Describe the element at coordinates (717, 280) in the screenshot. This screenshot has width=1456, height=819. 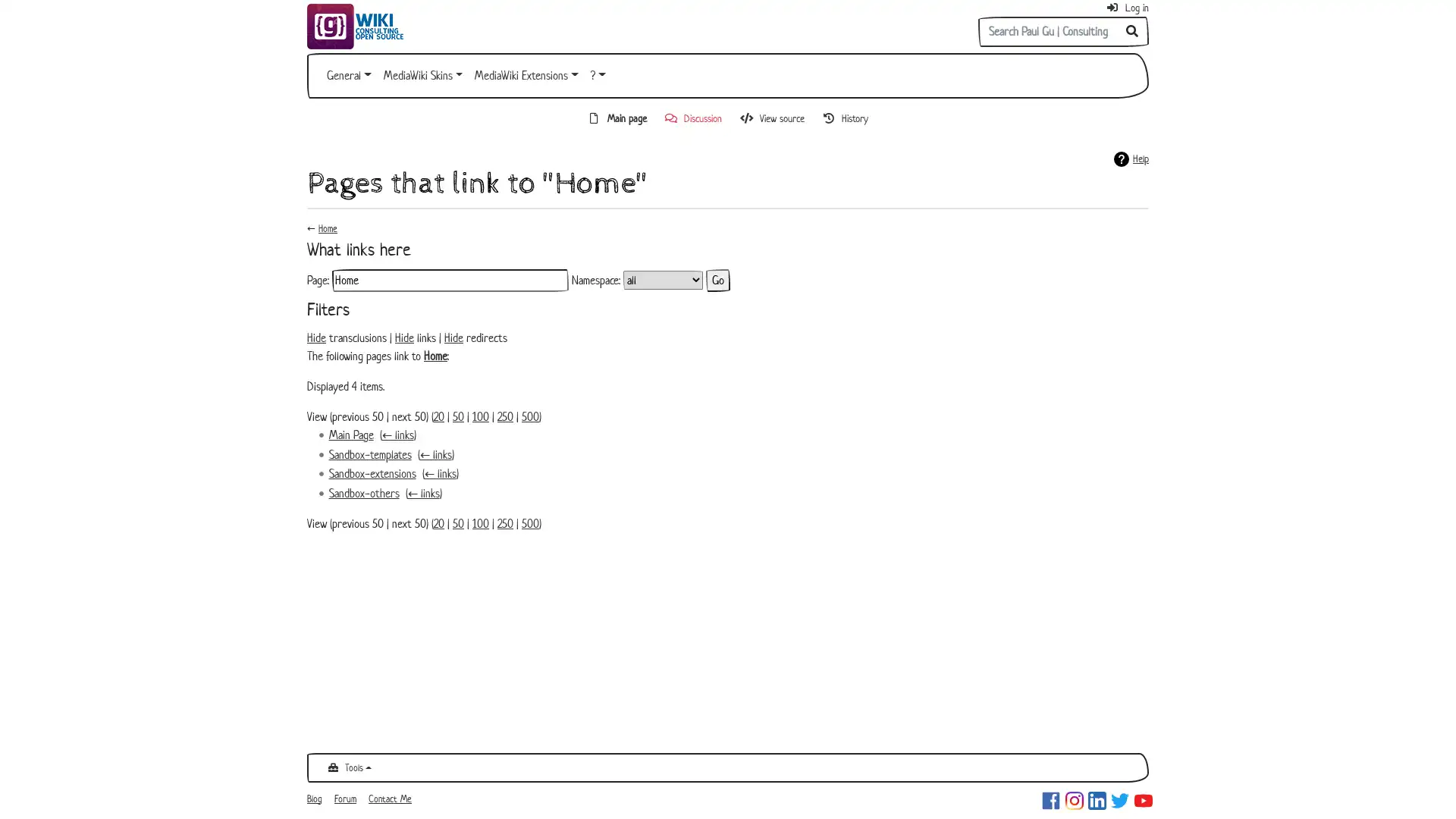
I see `Go` at that location.